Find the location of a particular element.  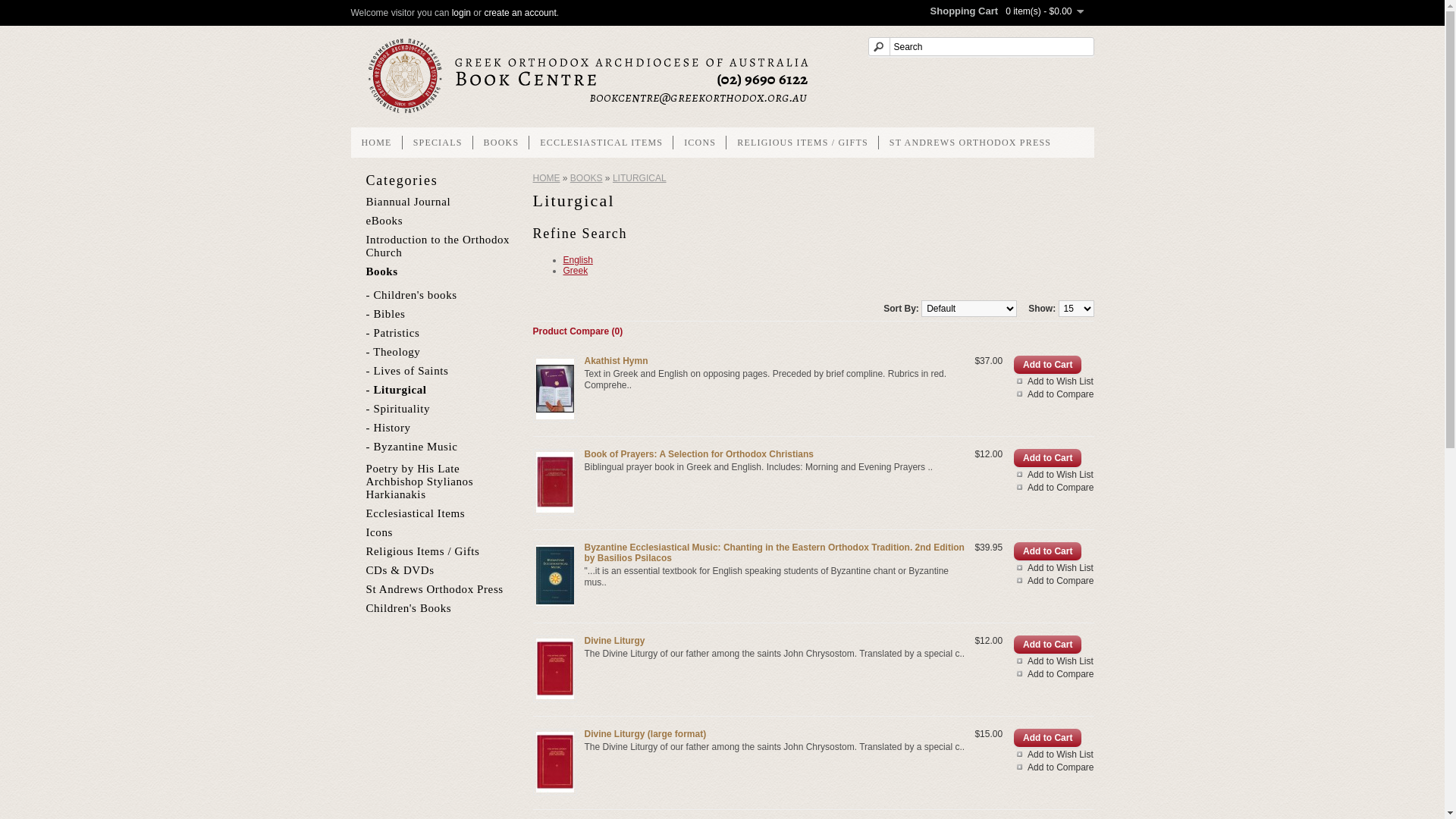

'- Patristics' is located at coordinates (440, 332).